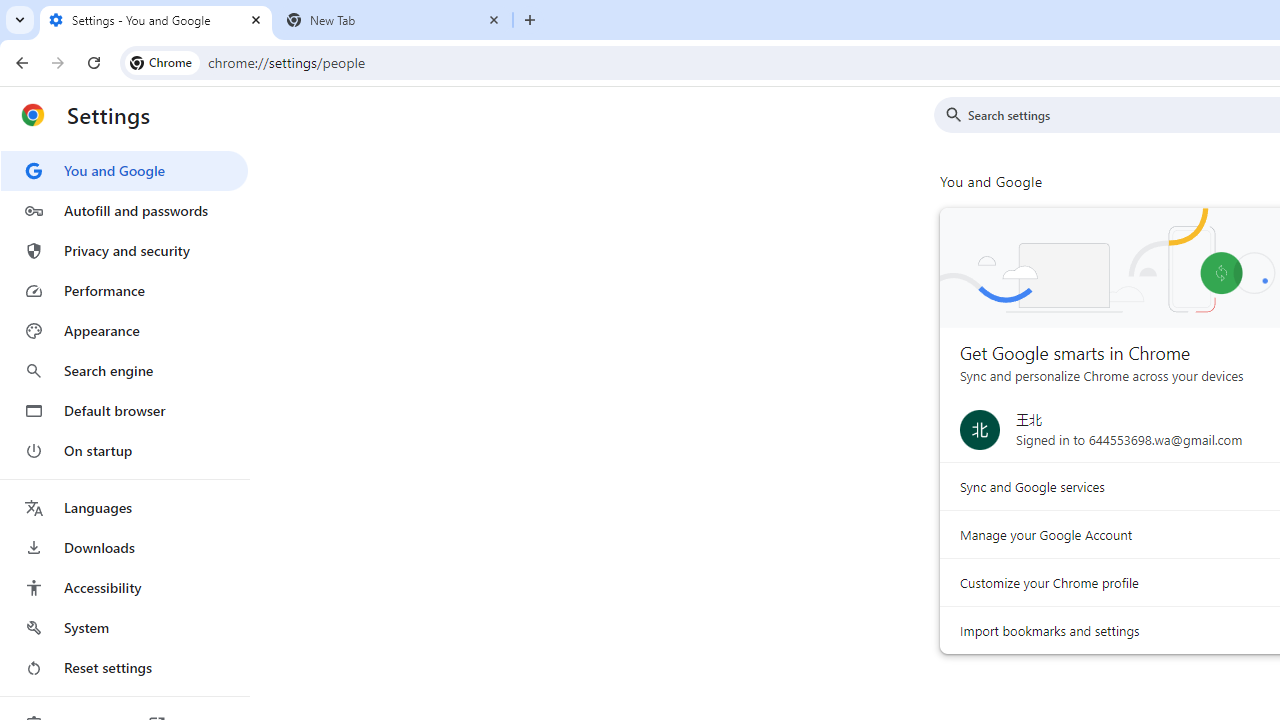 The image size is (1280, 720). I want to click on 'Default browser', so click(123, 410).